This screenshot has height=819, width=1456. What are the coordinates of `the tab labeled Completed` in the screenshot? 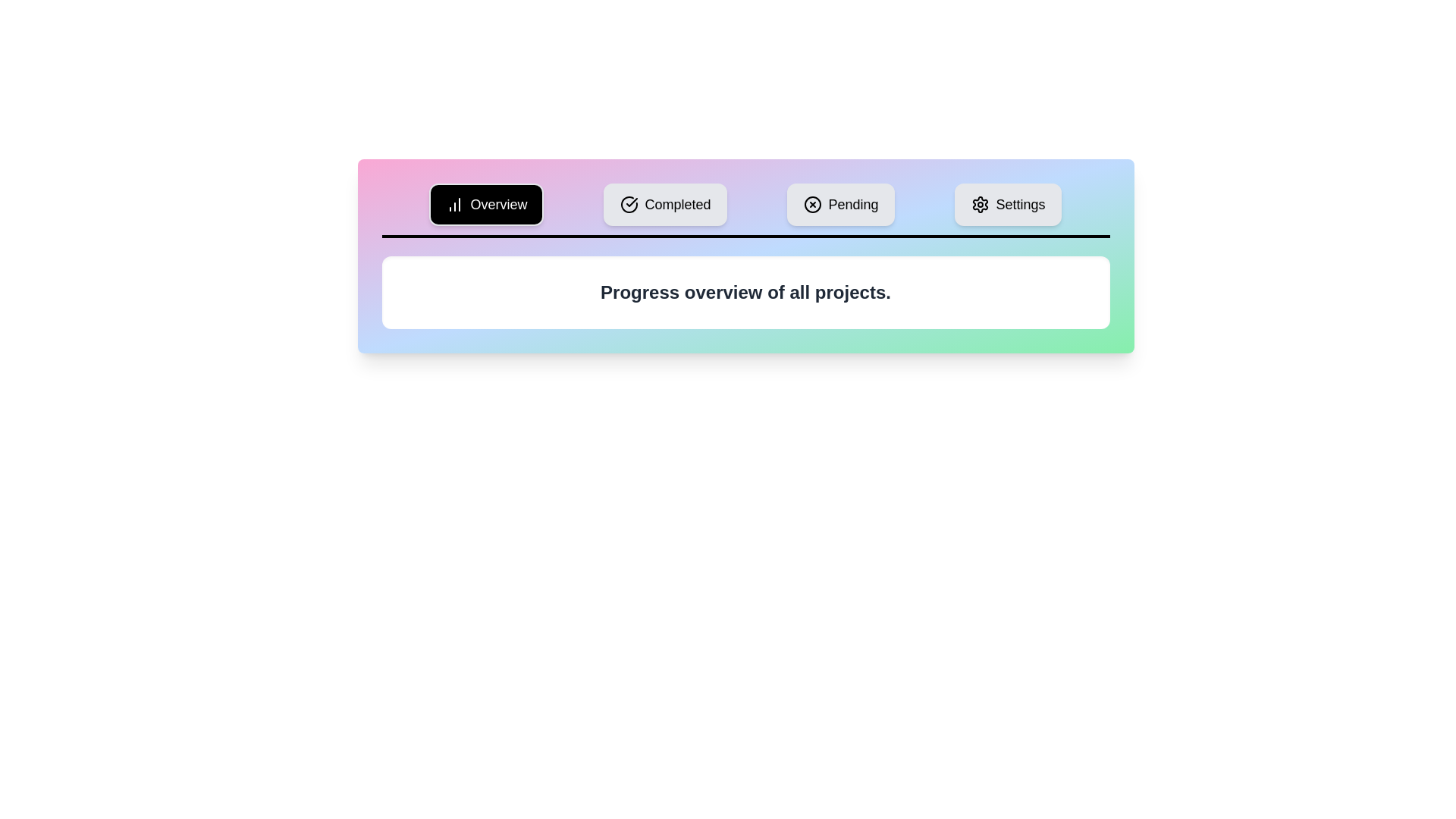 It's located at (666, 205).